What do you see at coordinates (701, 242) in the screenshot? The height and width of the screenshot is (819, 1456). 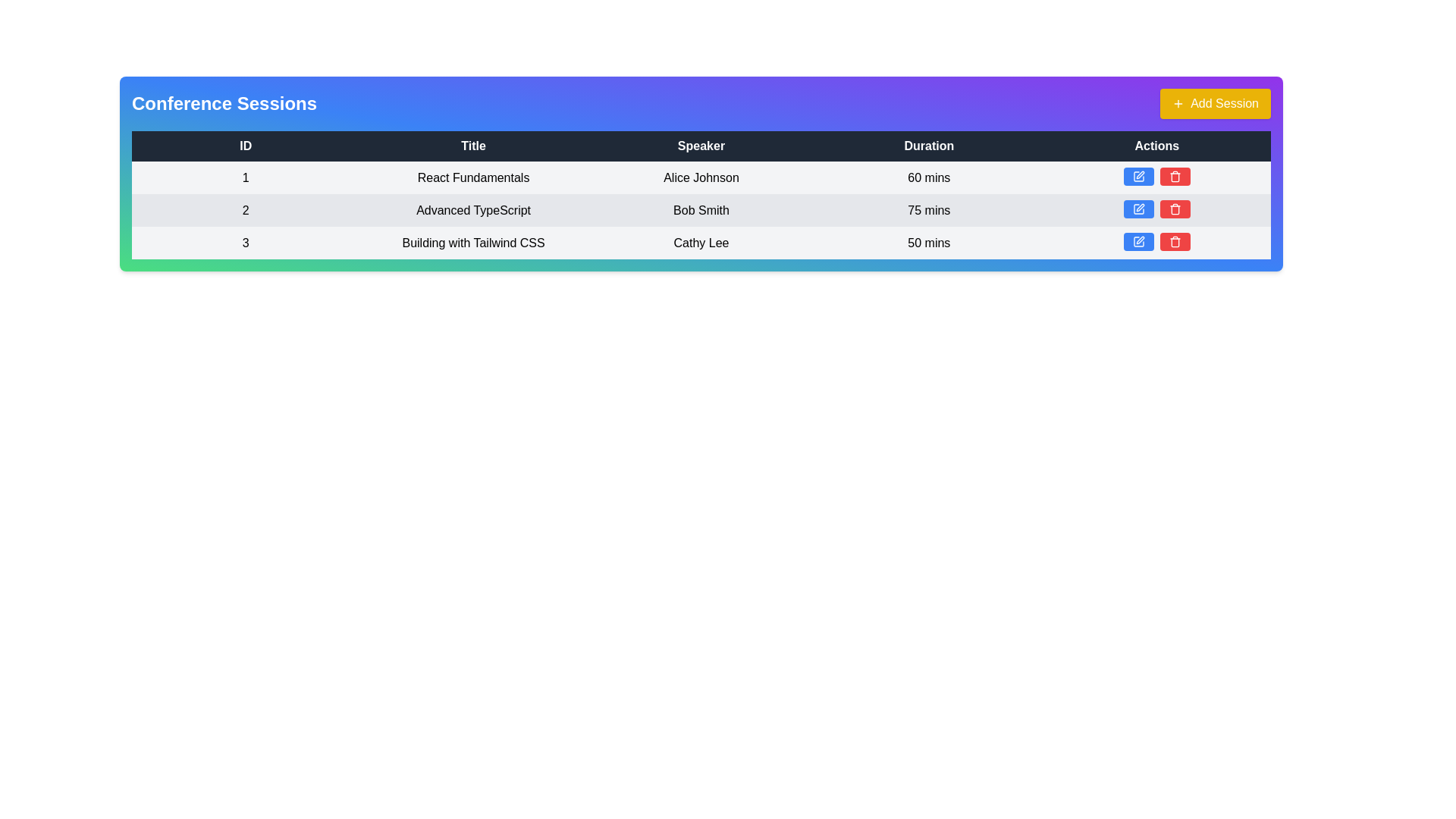 I see `displayed text of the speaker's name located in the third row under the 'Speaker' column of the table` at bounding box center [701, 242].